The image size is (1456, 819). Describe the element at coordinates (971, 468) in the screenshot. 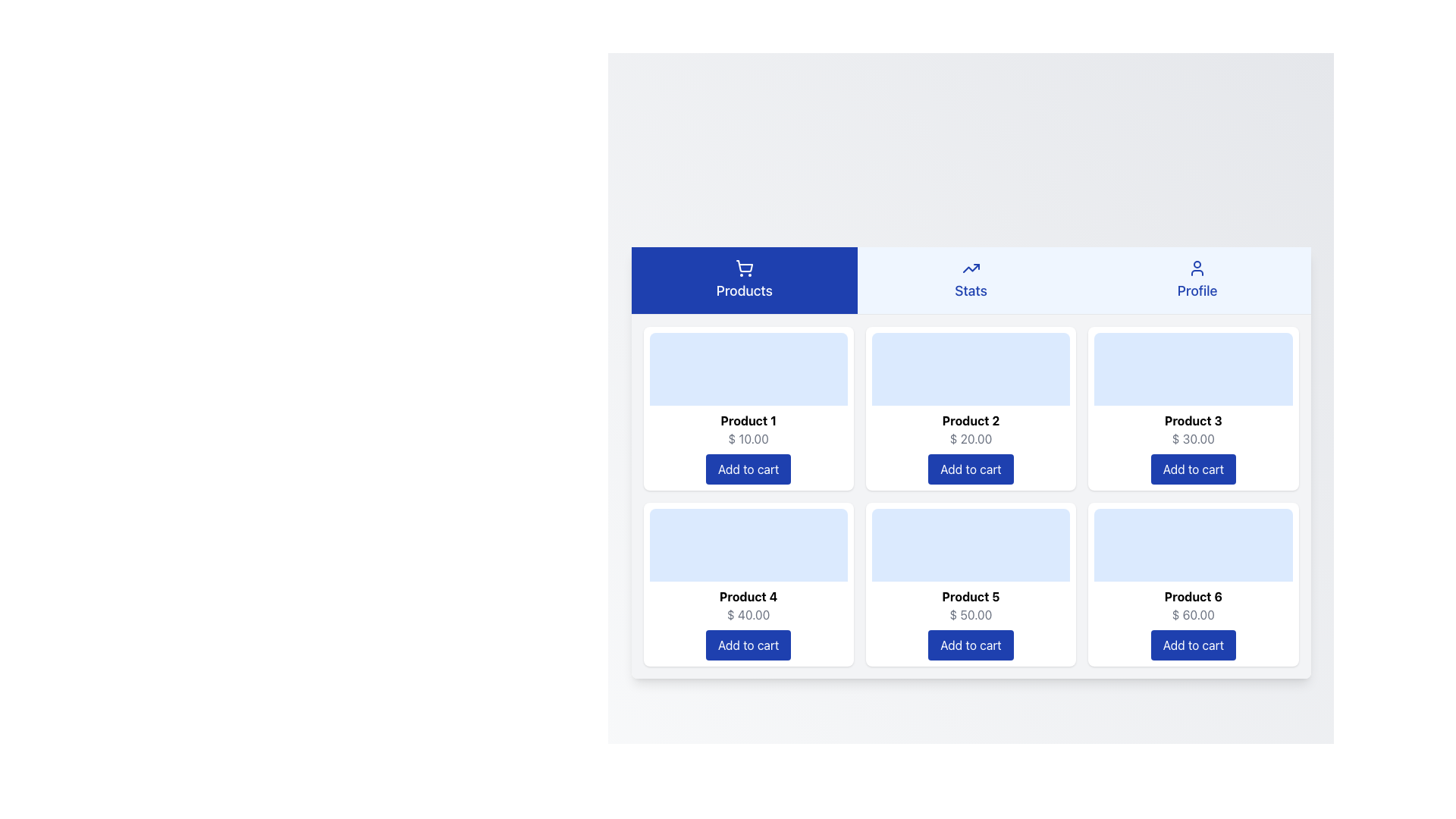

I see `the prominent dark blue button with white text reading 'Add to cart' located within the 'Product 2' card to observe any interactive styling effect` at that location.